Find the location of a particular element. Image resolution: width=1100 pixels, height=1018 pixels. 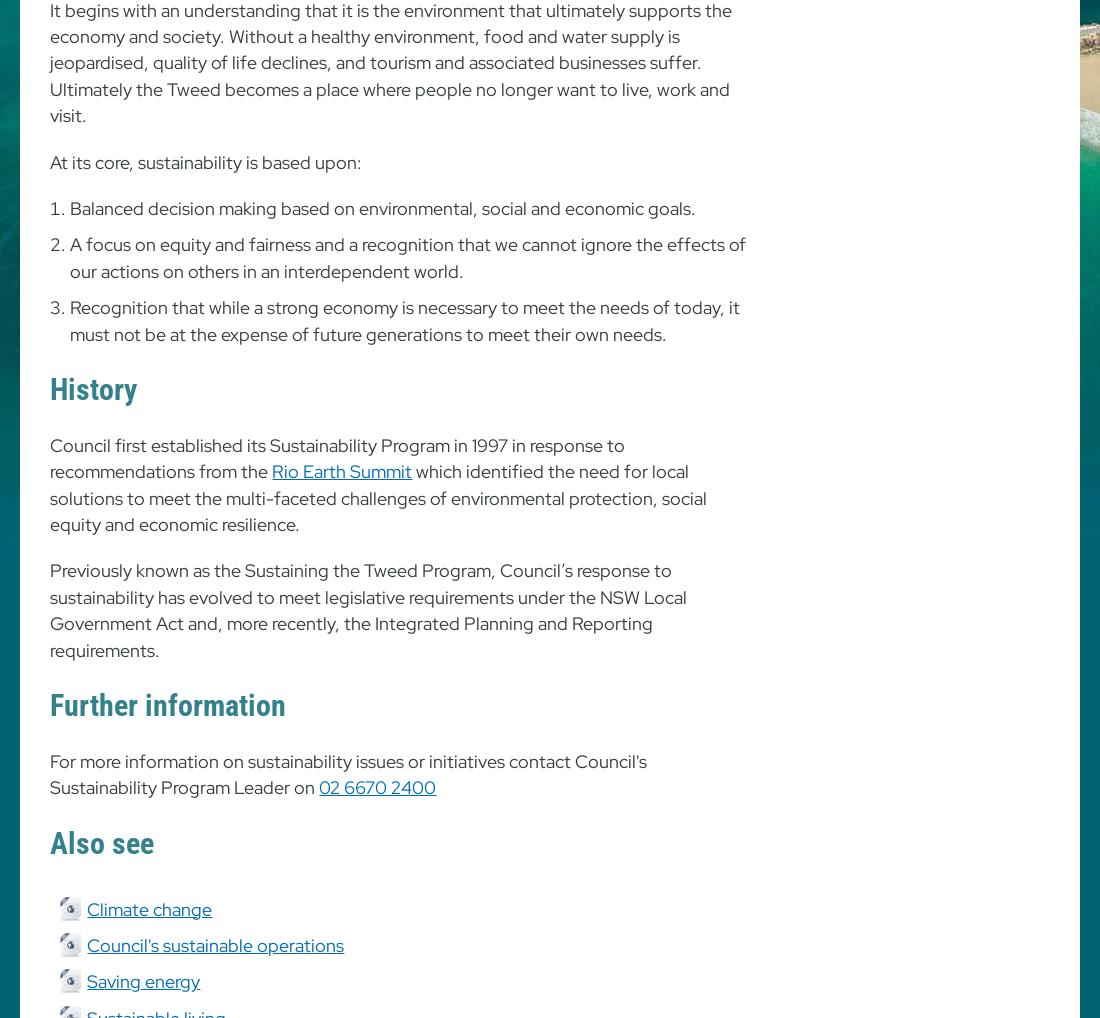

'Recognition that while a strong economy is necessary to meet the needs of today, it must not be at the expense of future generations to meet their own needs.' is located at coordinates (405, 319).